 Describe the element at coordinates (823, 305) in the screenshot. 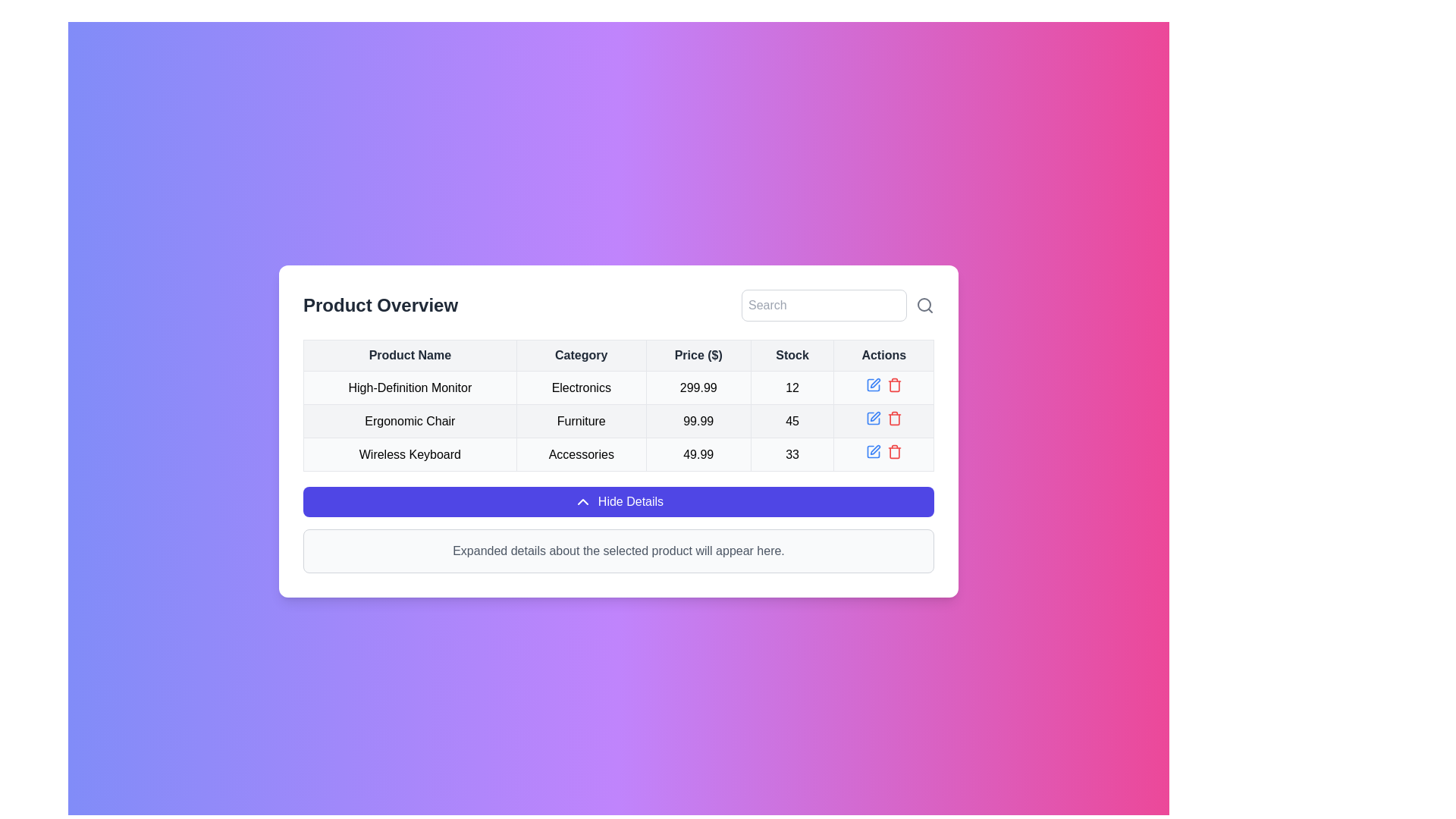

I see `to highlight text in the Text input field located at the top-right corner of the content area` at that location.